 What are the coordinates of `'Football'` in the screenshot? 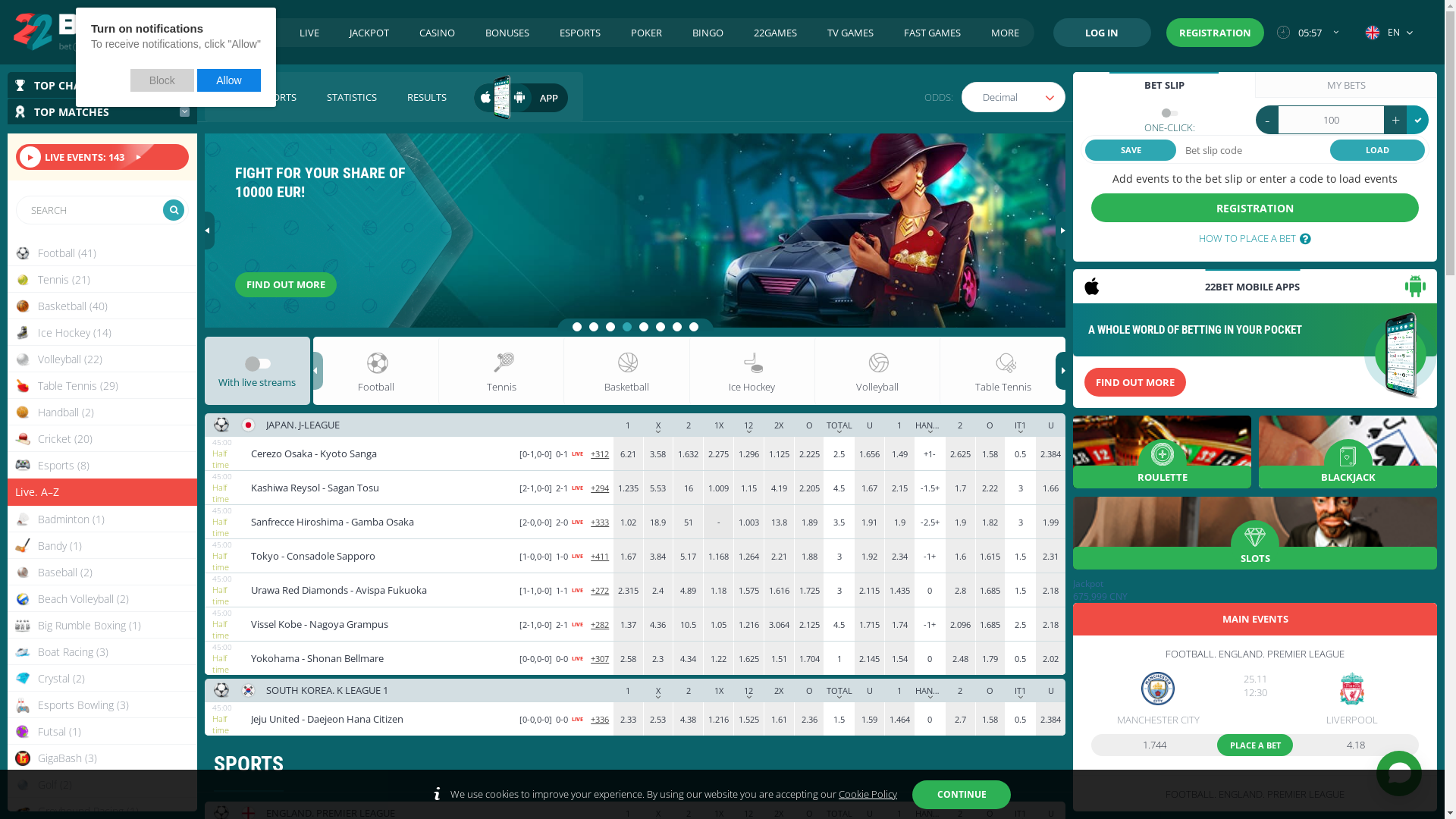 It's located at (375, 371).